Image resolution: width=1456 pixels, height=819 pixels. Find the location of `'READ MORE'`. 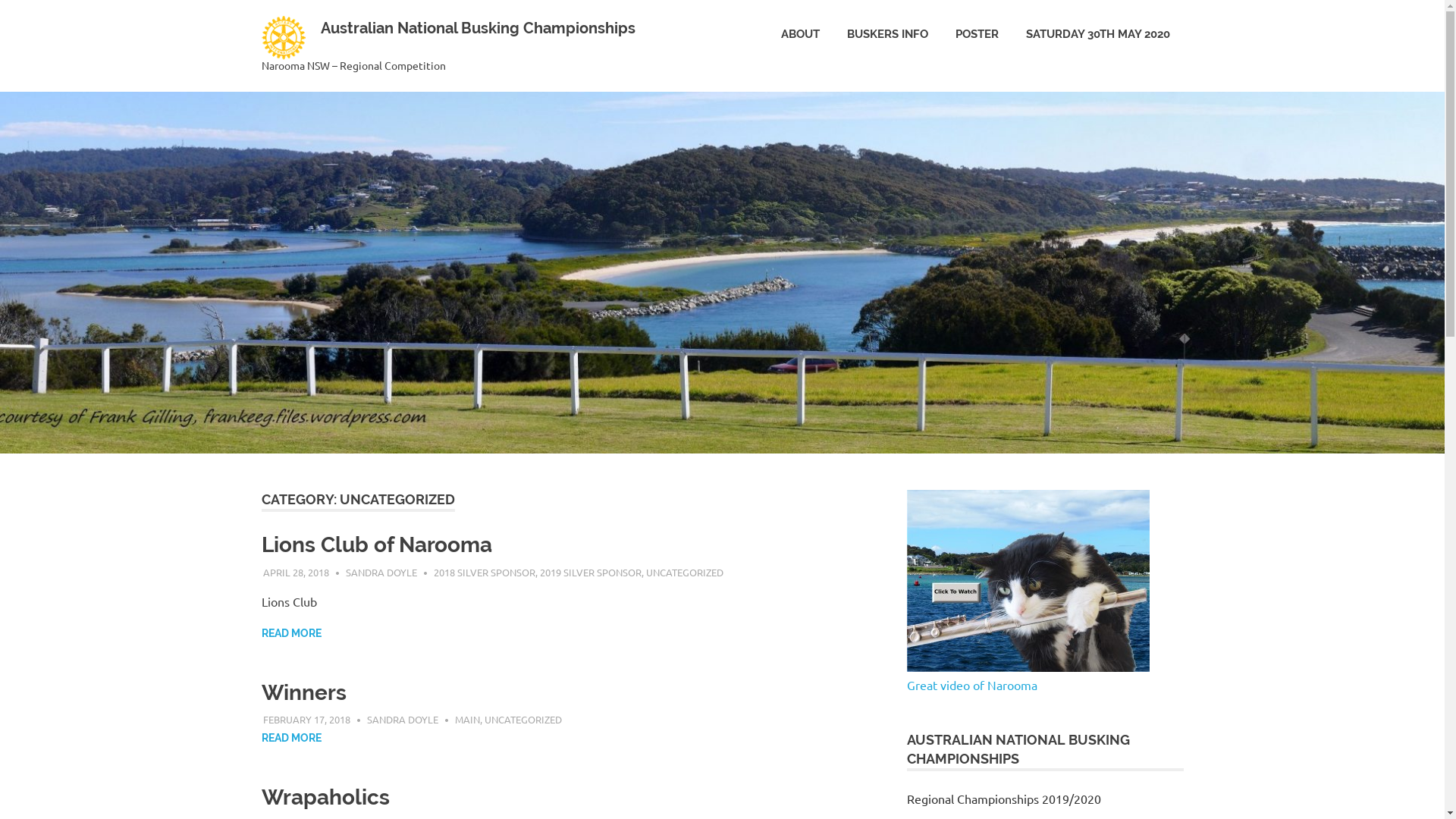

'READ MORE' is located at coordinates (290, 633).